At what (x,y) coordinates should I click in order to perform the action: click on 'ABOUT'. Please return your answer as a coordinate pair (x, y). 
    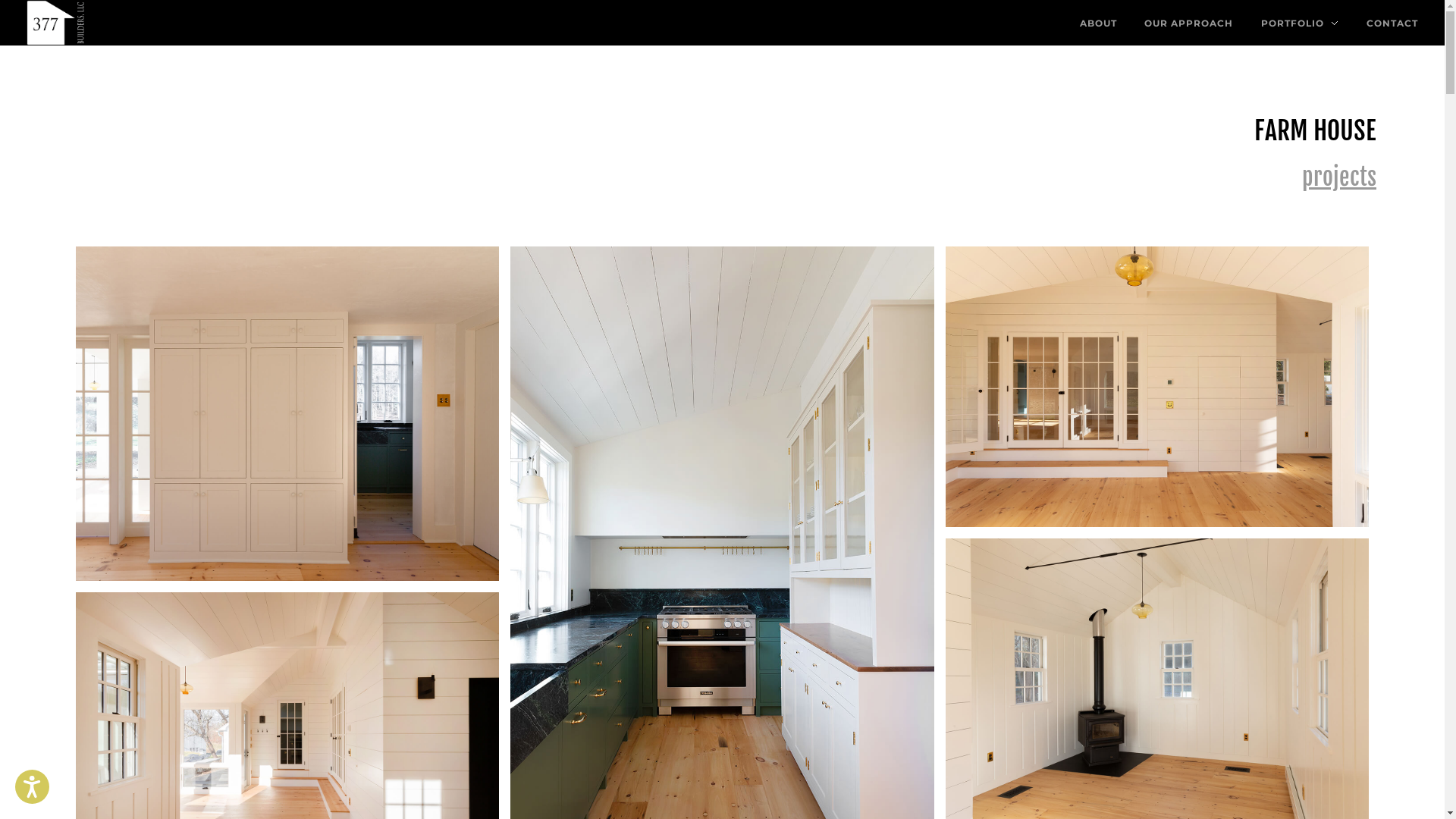
    Looking at the image, I should click on (1105, 23).